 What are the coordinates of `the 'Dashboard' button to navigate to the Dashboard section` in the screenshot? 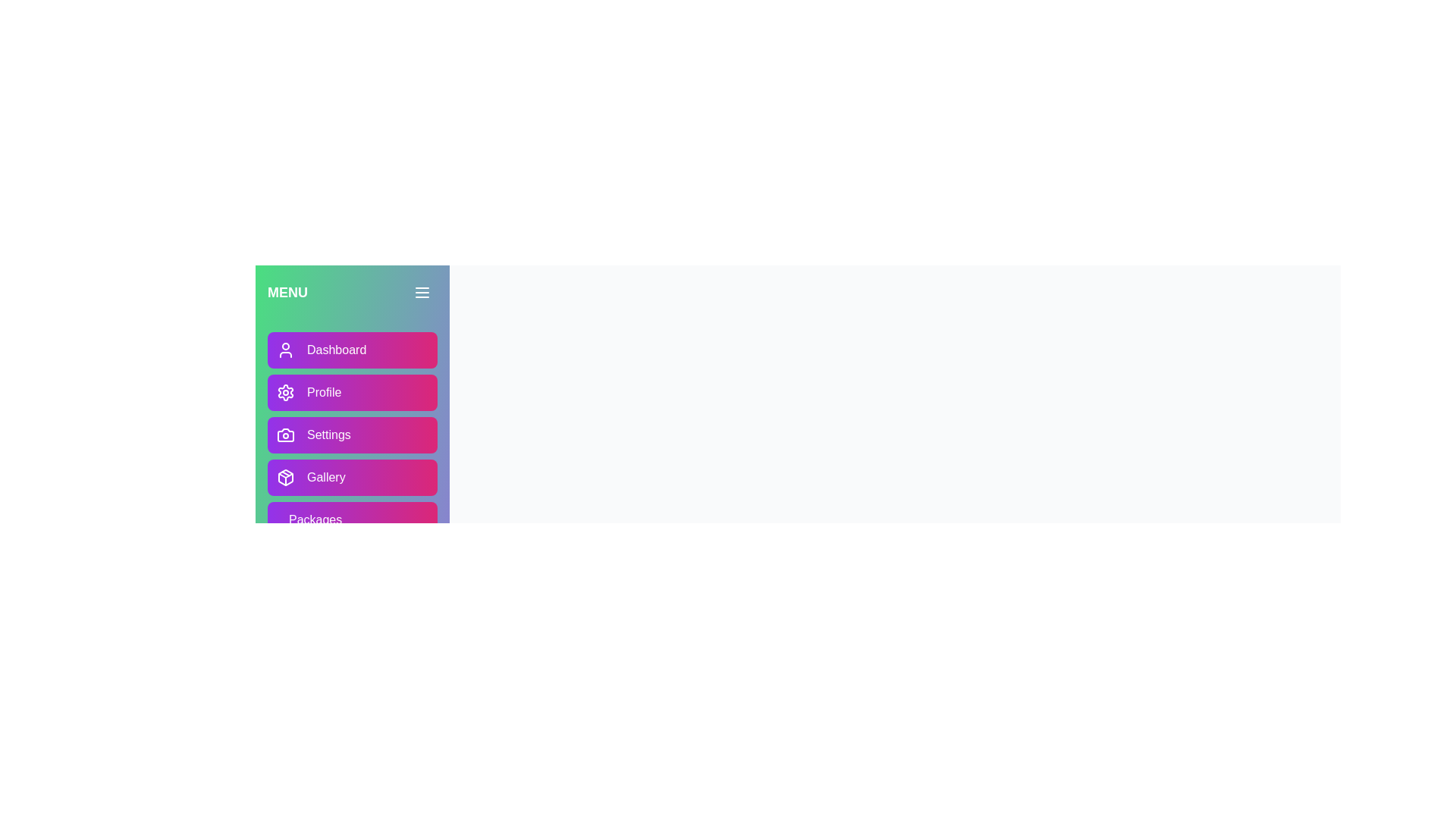 It's located at (352, 350).